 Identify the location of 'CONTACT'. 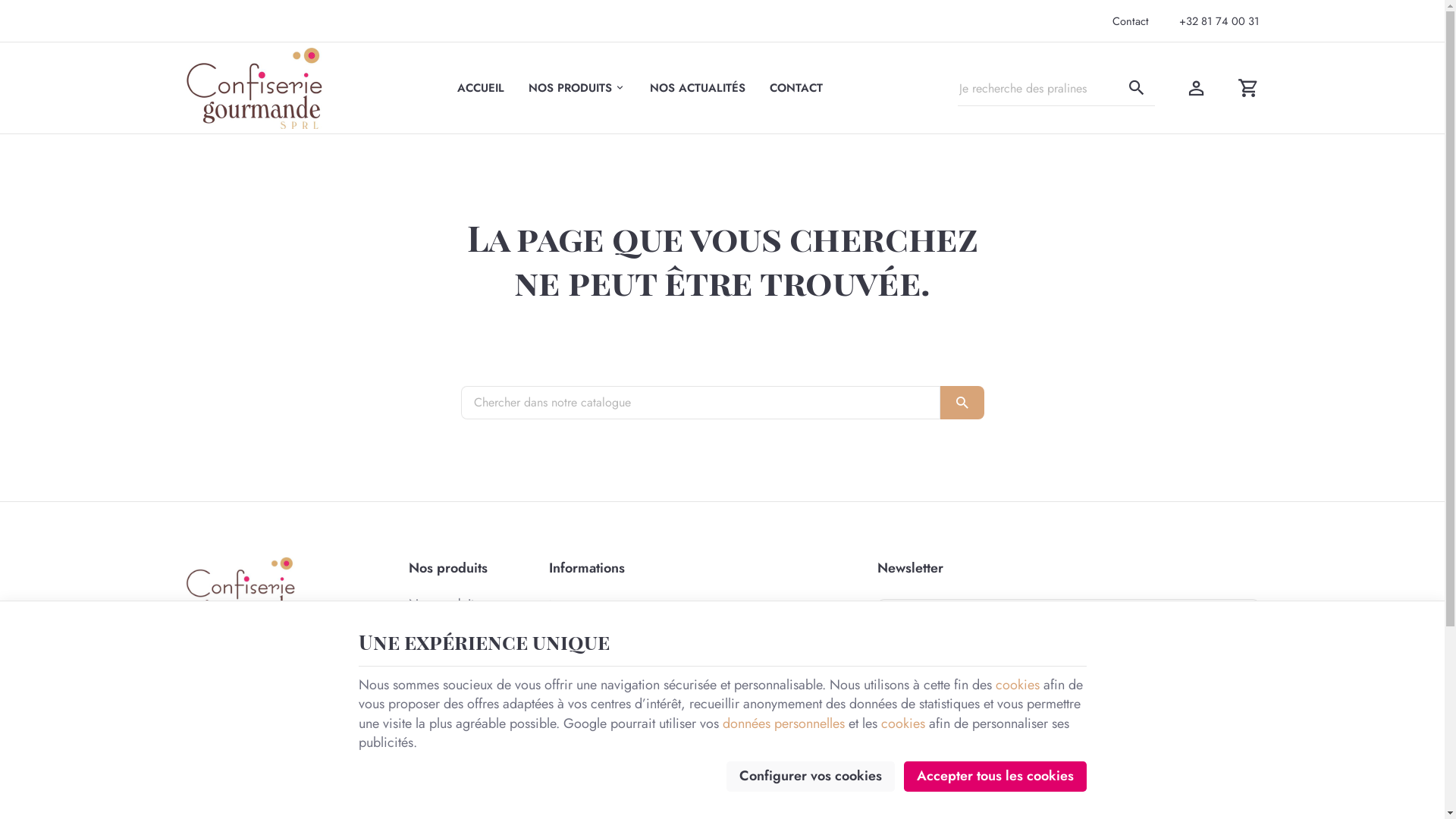
(795, 87).